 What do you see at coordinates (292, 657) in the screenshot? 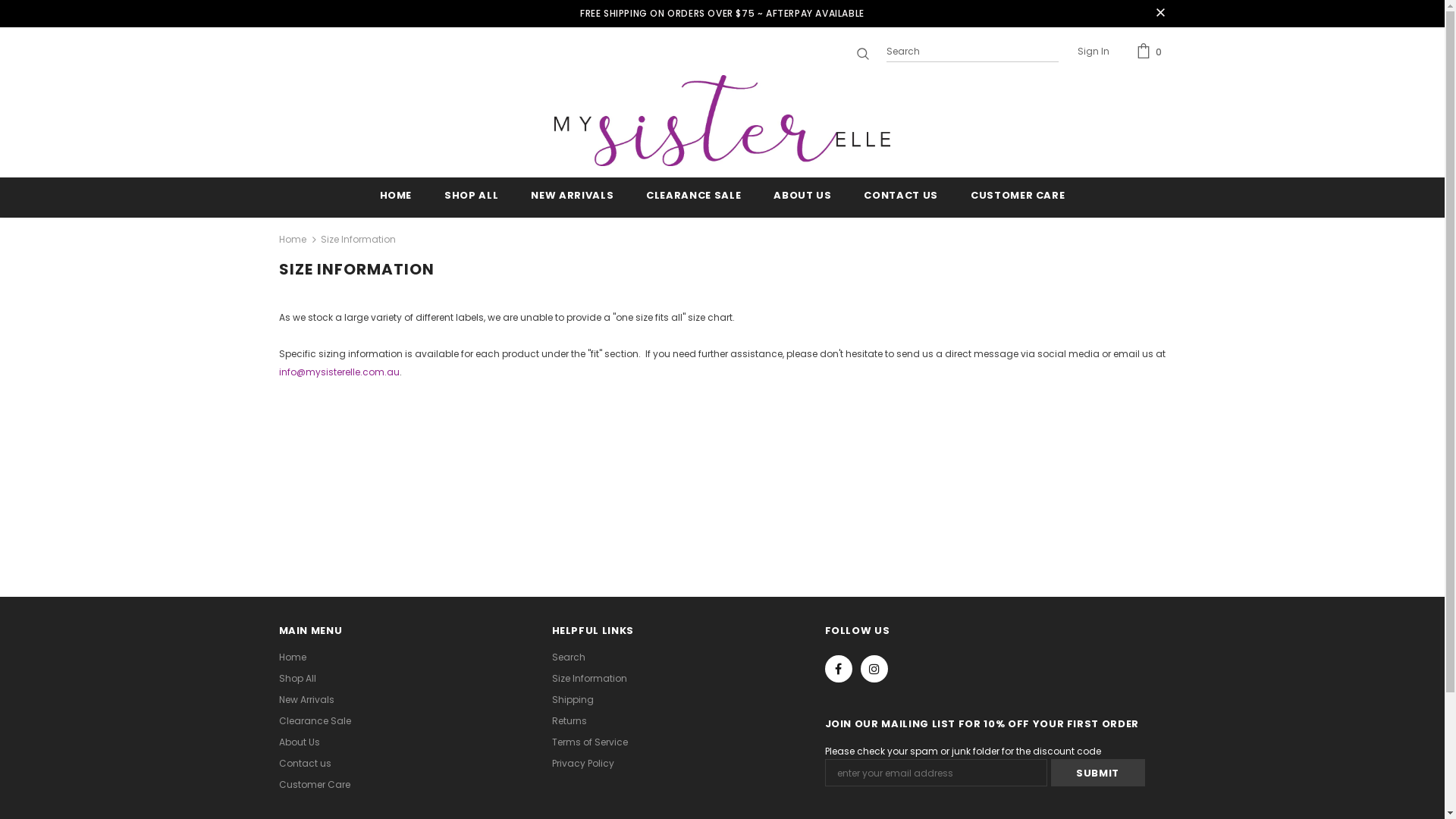
I see `'Home'` at bounding box center [292, 657].